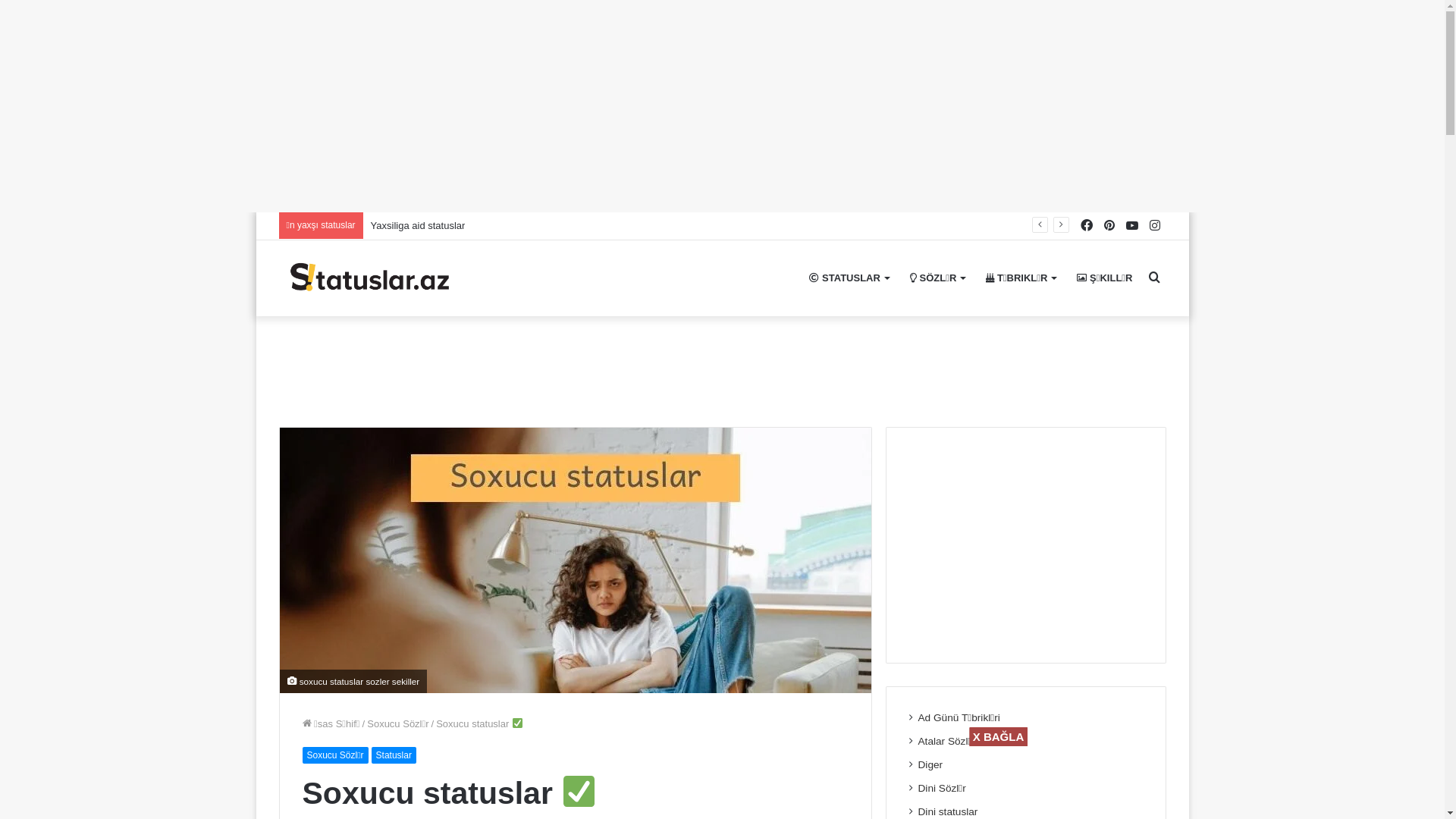 This screenshot has height=819, width=1456. I want to click on 'Instagram', so click(1153, 225).